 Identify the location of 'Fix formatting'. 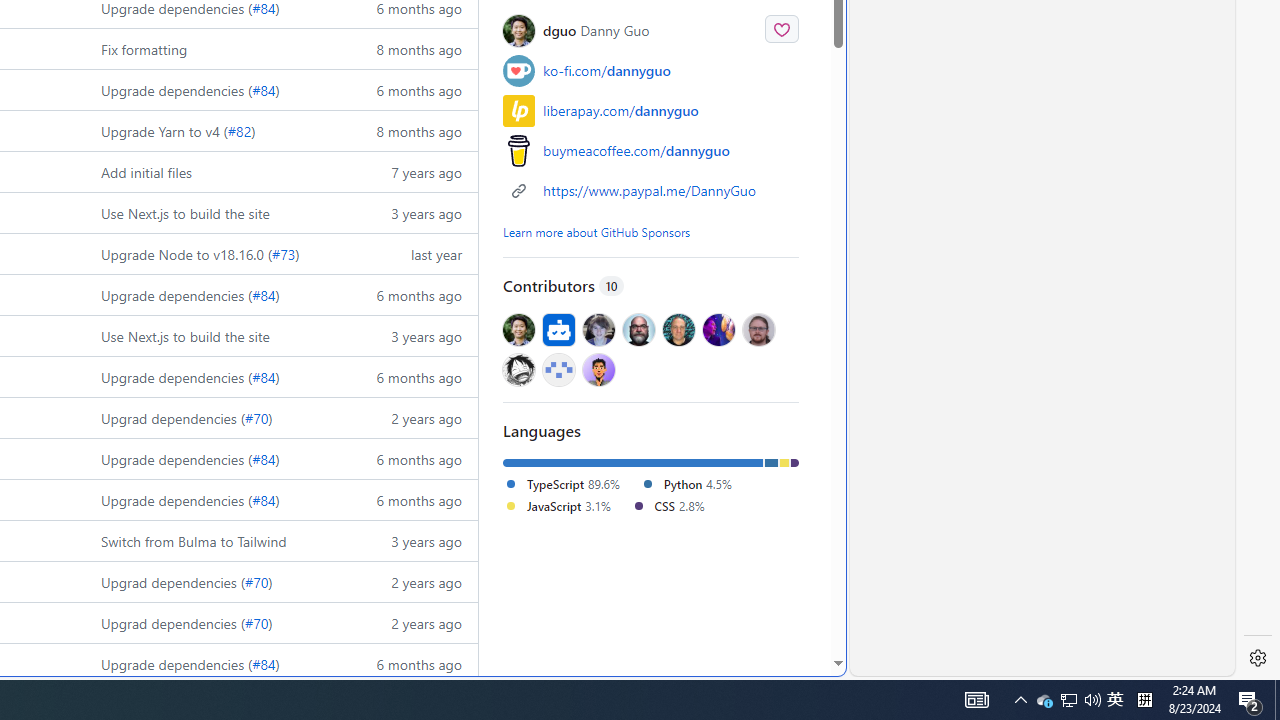
(143, 47).